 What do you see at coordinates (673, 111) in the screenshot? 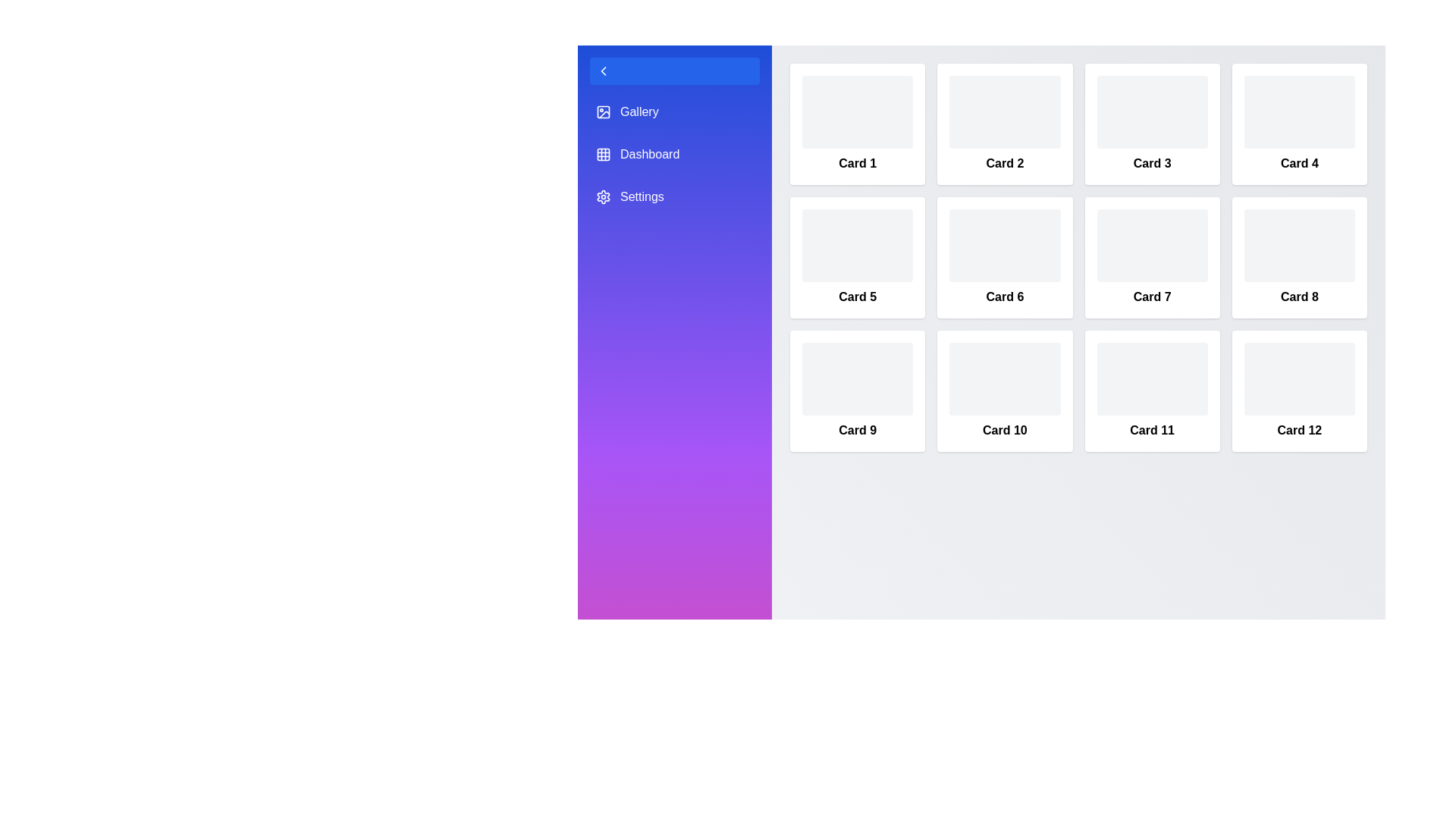
I see `the sidebar menu item labeled Gallery` at bounding box center [673, 111].